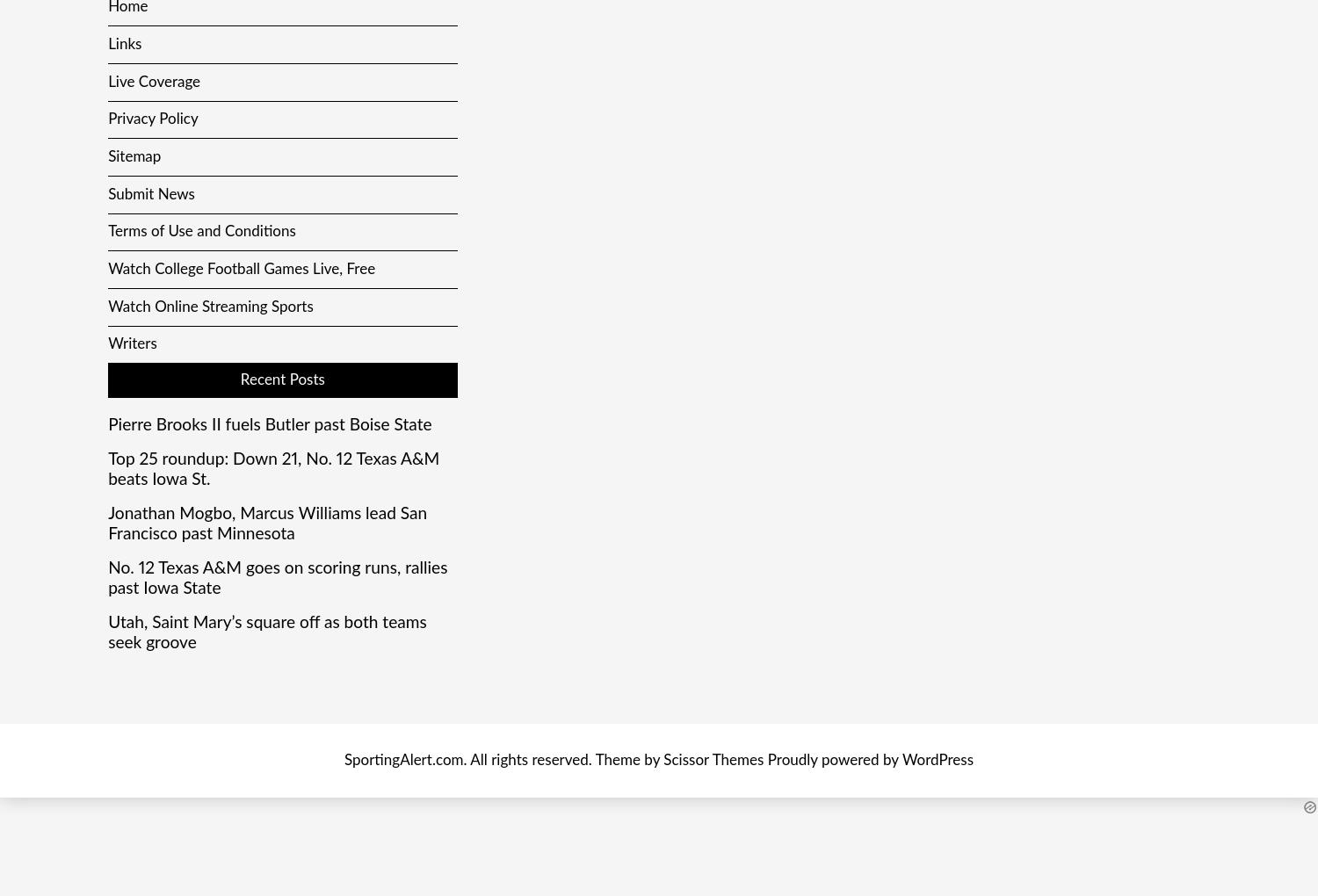 The width and height of the screenshot is (1318, 896). I want to click on 'Scissor Themes', so click(713, 759).